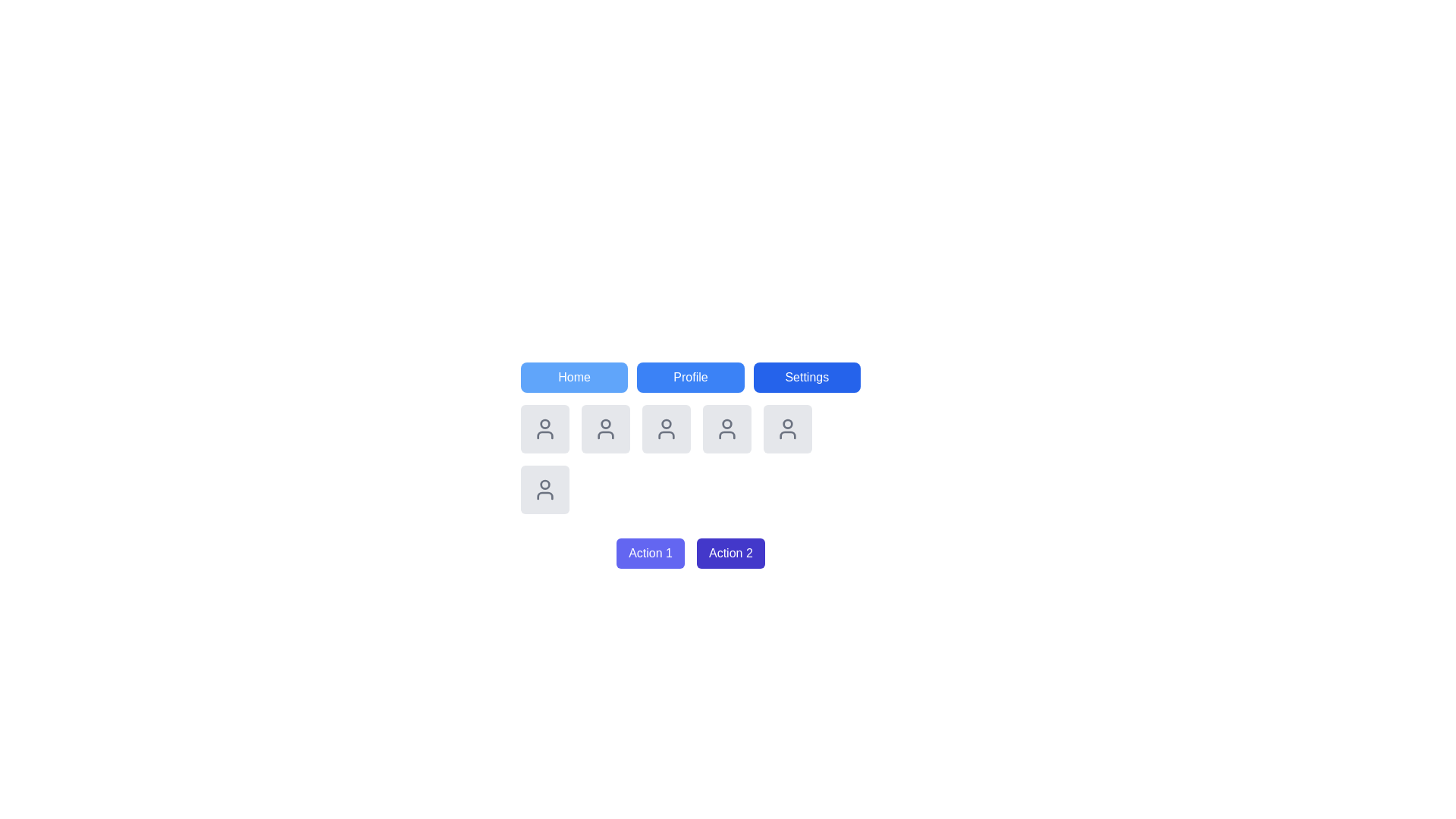  What do you see at coordinates (573, 376) in the screenshot?
I see `the 'Home' navigation button` at bounding box center [573, 376].